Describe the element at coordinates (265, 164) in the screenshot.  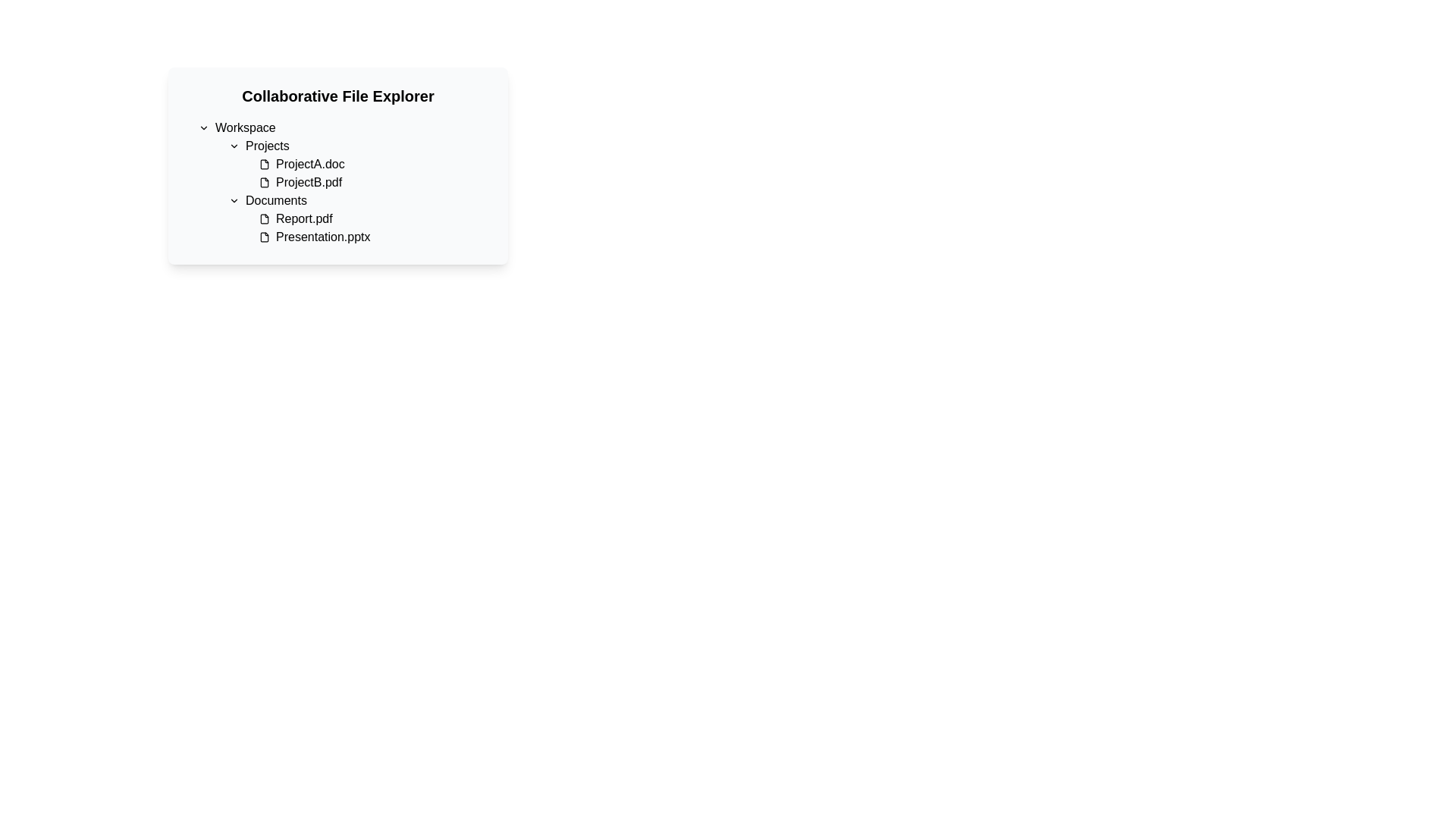
I see `the small black file icon located to the left of the label 'ProjectA.doc' in the 'Projects' section of the file explorer interface` at that location.